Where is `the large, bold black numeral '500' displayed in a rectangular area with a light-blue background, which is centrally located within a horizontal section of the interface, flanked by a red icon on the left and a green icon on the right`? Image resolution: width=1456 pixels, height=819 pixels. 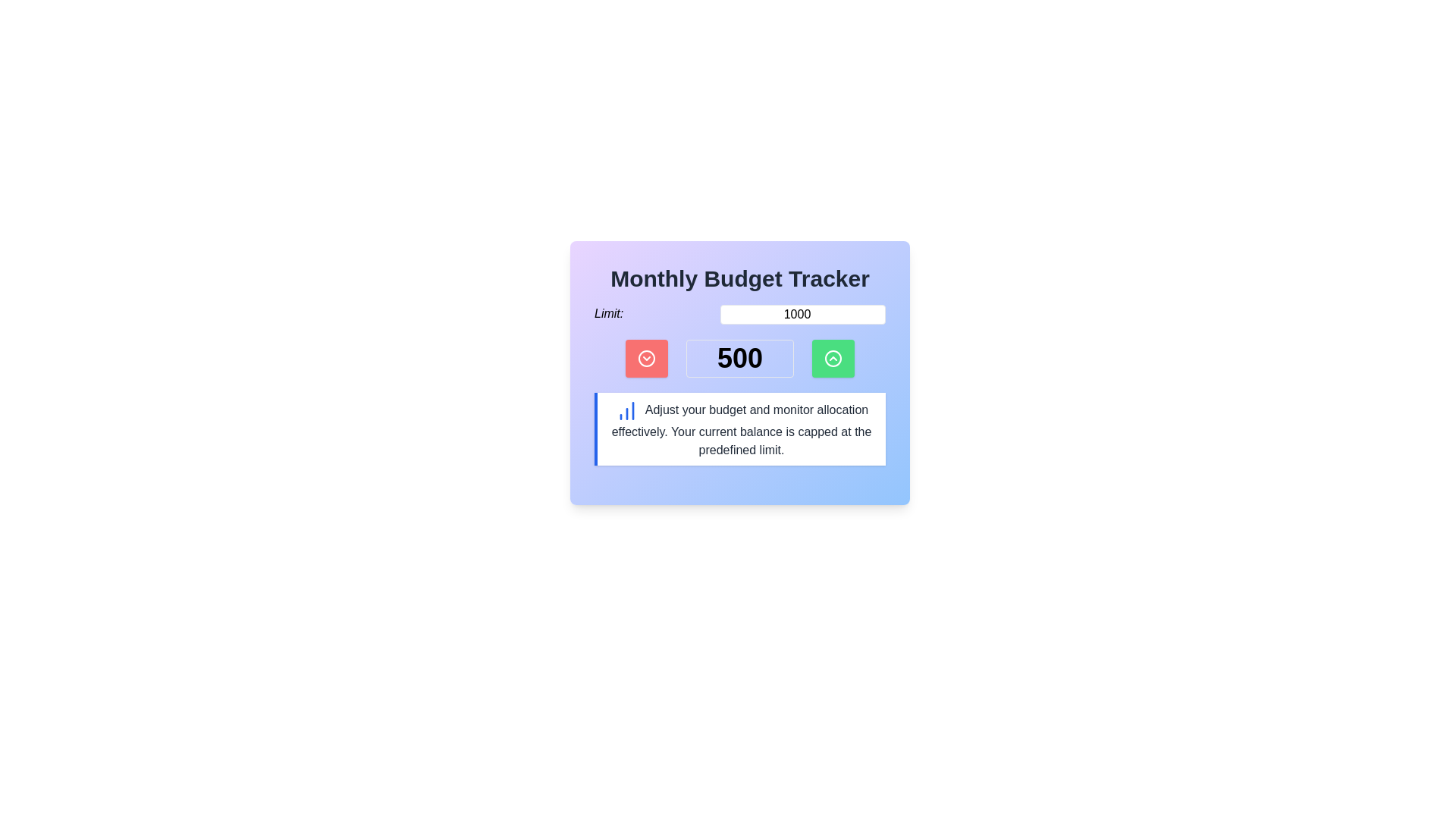 the large, bold black numeral '500' displayed in a rectangular area with a light-blue background, which is centrally located within a horizontal section of the interface, flanked by a red icon on the left and a green icon on the right is located at coordinates (739, 359).